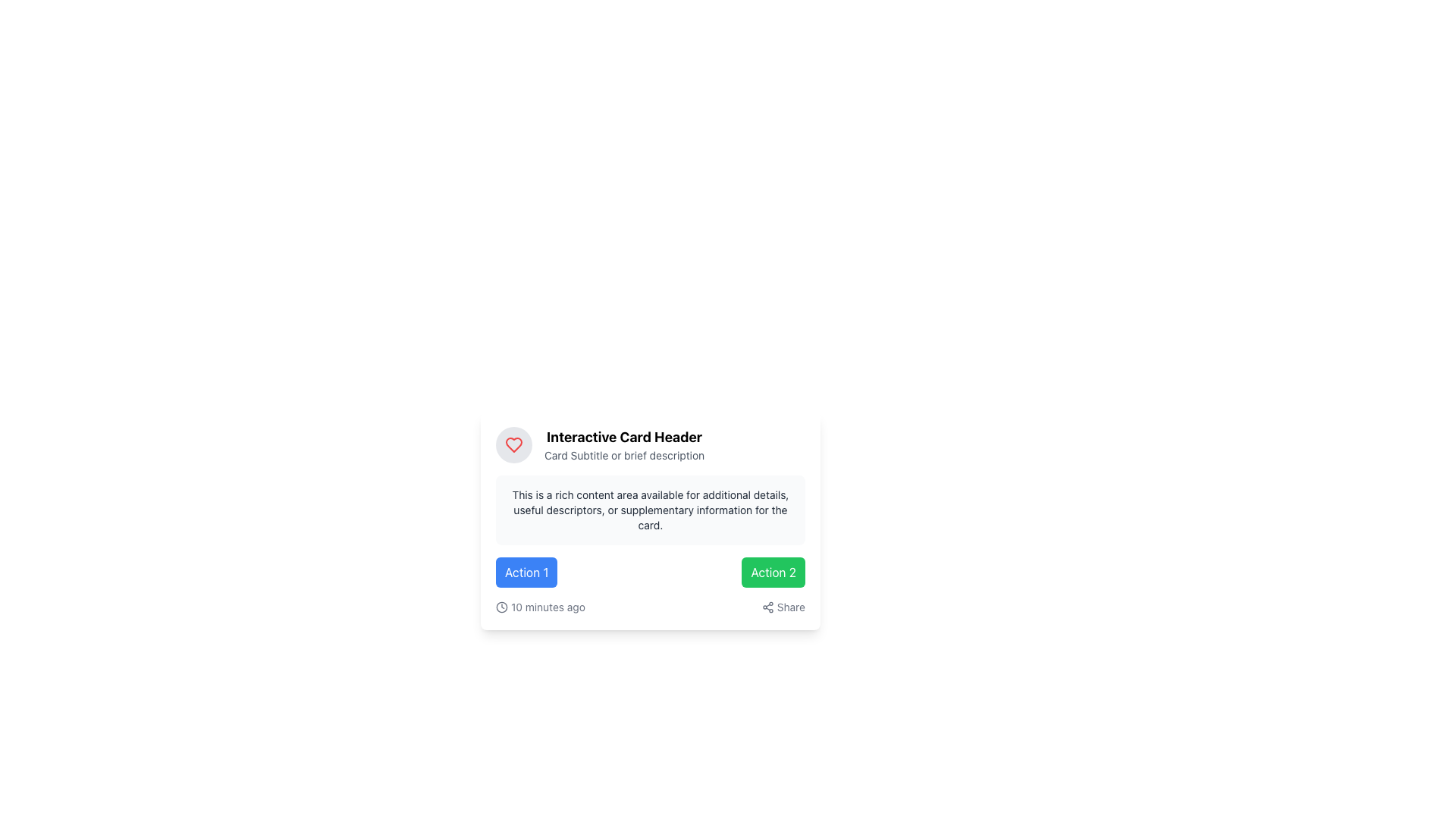 The width and height of the screenshot is (1456, 819). Describe the element at coordinates (773, 573) in the screenshot. I see `the button labeled 'Action 2' with a green background` at that location.